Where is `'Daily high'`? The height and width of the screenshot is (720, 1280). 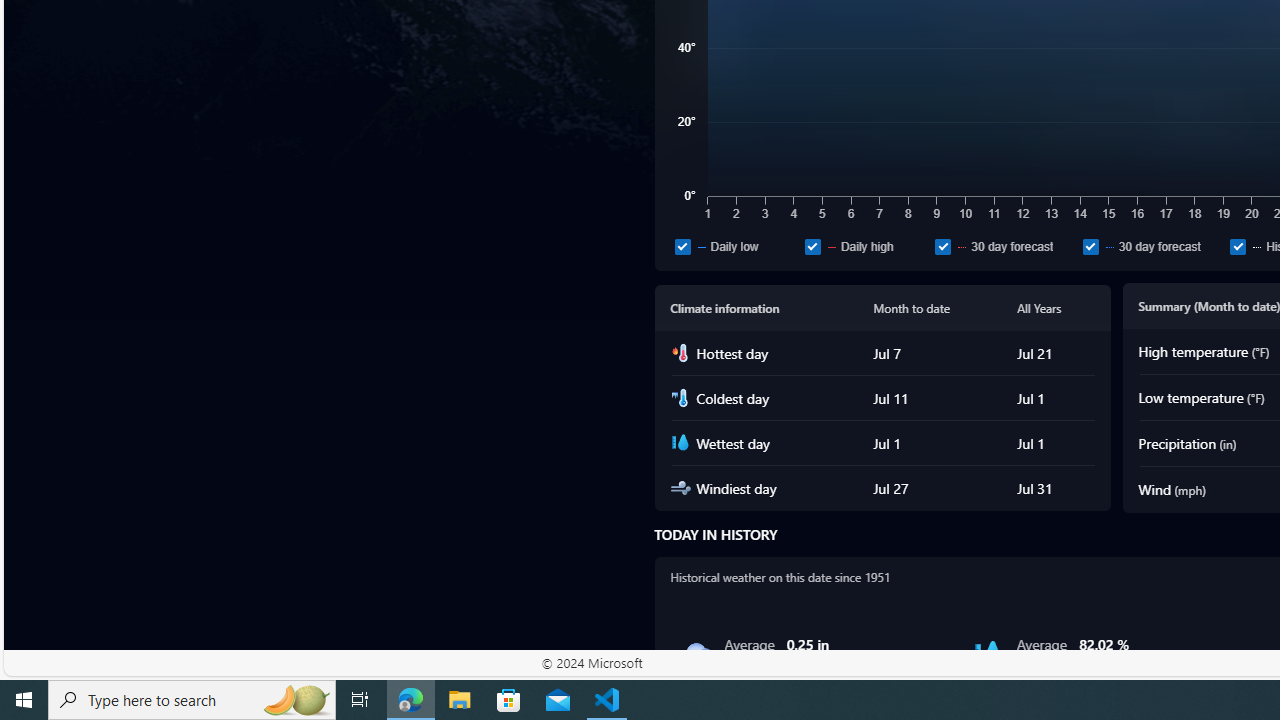
'Daily high' is located at coordinates (865, 245).